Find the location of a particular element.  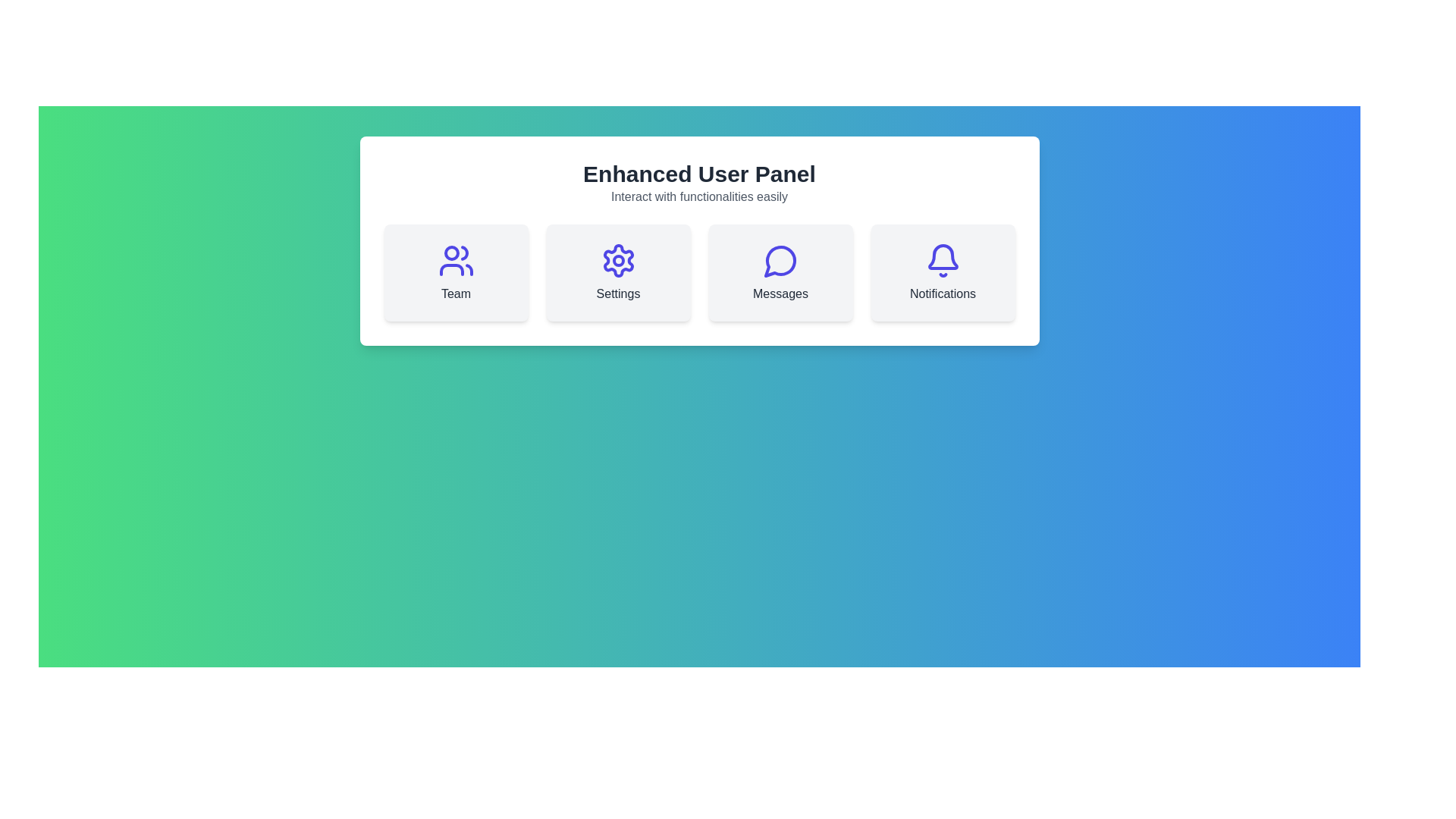

the vibrant indigo settings gear icon located above the 'Settings' label in the second card from the left is located at coordinates (618, 259).